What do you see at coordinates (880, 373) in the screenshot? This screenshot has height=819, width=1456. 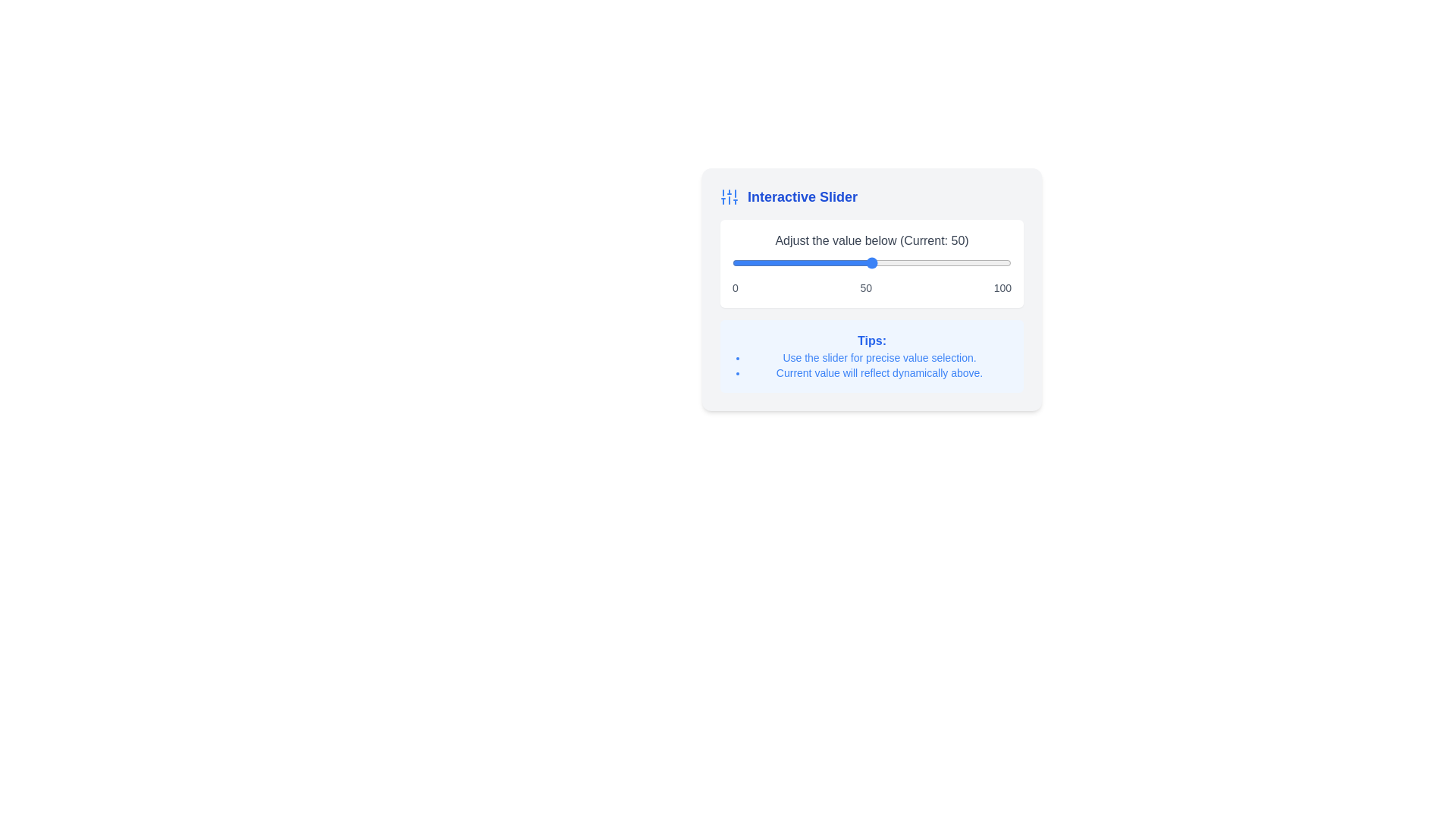 I see `the informational content of the static text reading 'Current value will reflect dynamically above.' which is the second item in the bullet point list under the section titled 'Tips'` at bounding box center [880, 373].